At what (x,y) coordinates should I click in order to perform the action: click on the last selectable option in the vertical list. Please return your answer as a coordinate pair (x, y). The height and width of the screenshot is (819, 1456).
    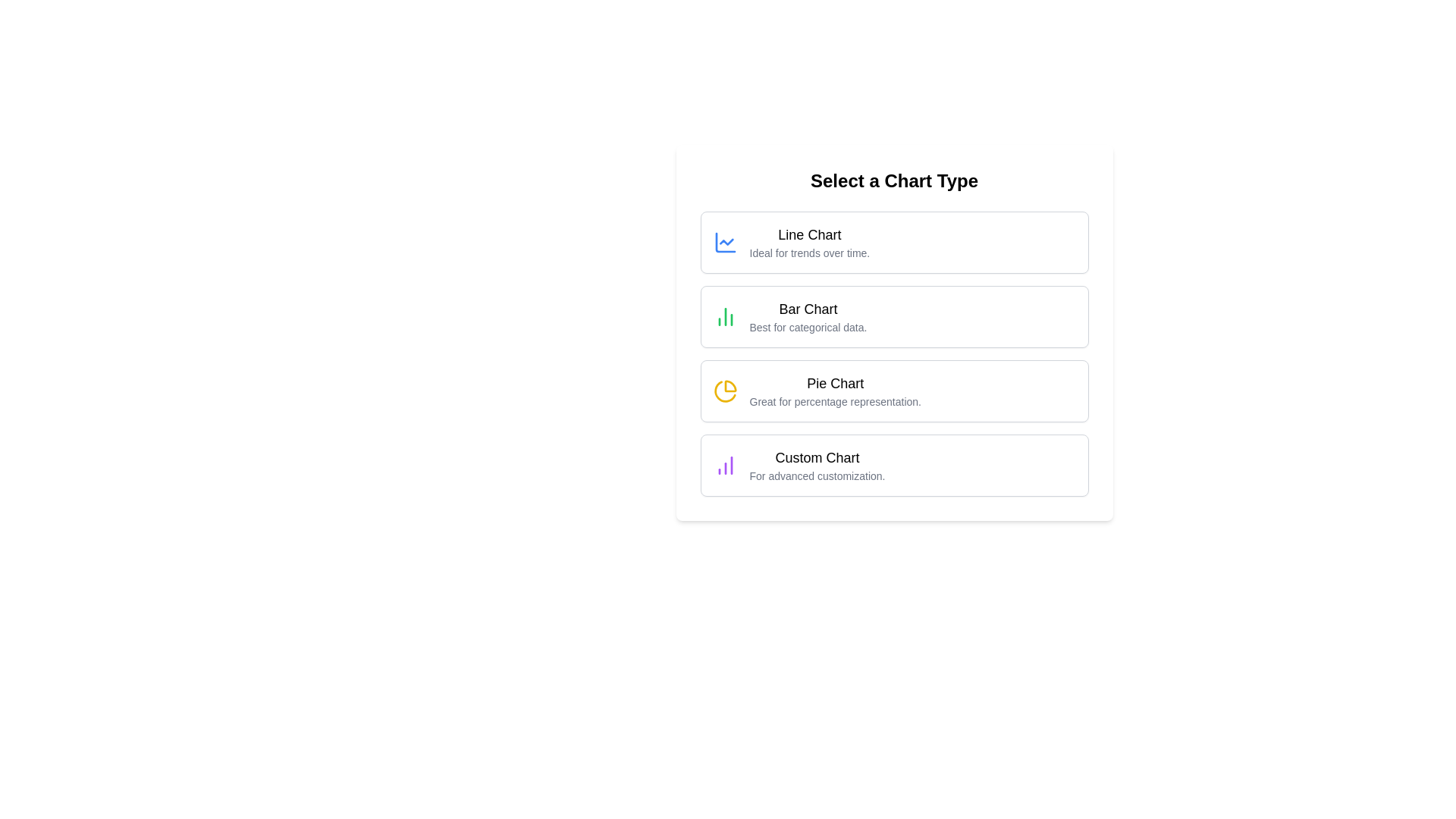
    Looking at the image, I should click on (894, 464).